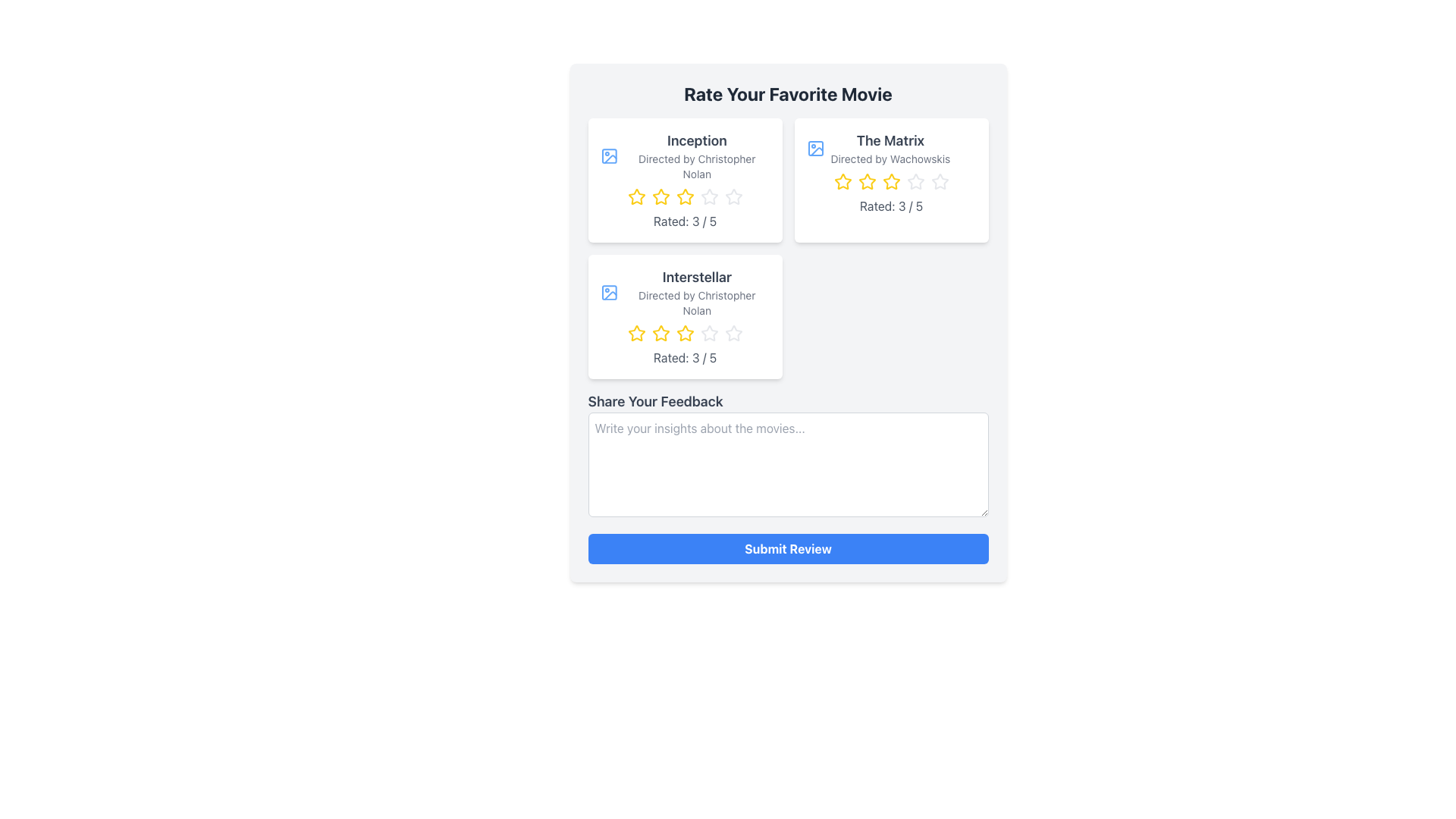 The width and height of the screenshot is (1456, 819). Describe the element at coordinates (890, 140) in the screenshot. I see `the title text of the movie 'The Matrix', which is located at the top-right card in the grid of movies, directly above the text 'Directed by Wachowskis'` at that location.